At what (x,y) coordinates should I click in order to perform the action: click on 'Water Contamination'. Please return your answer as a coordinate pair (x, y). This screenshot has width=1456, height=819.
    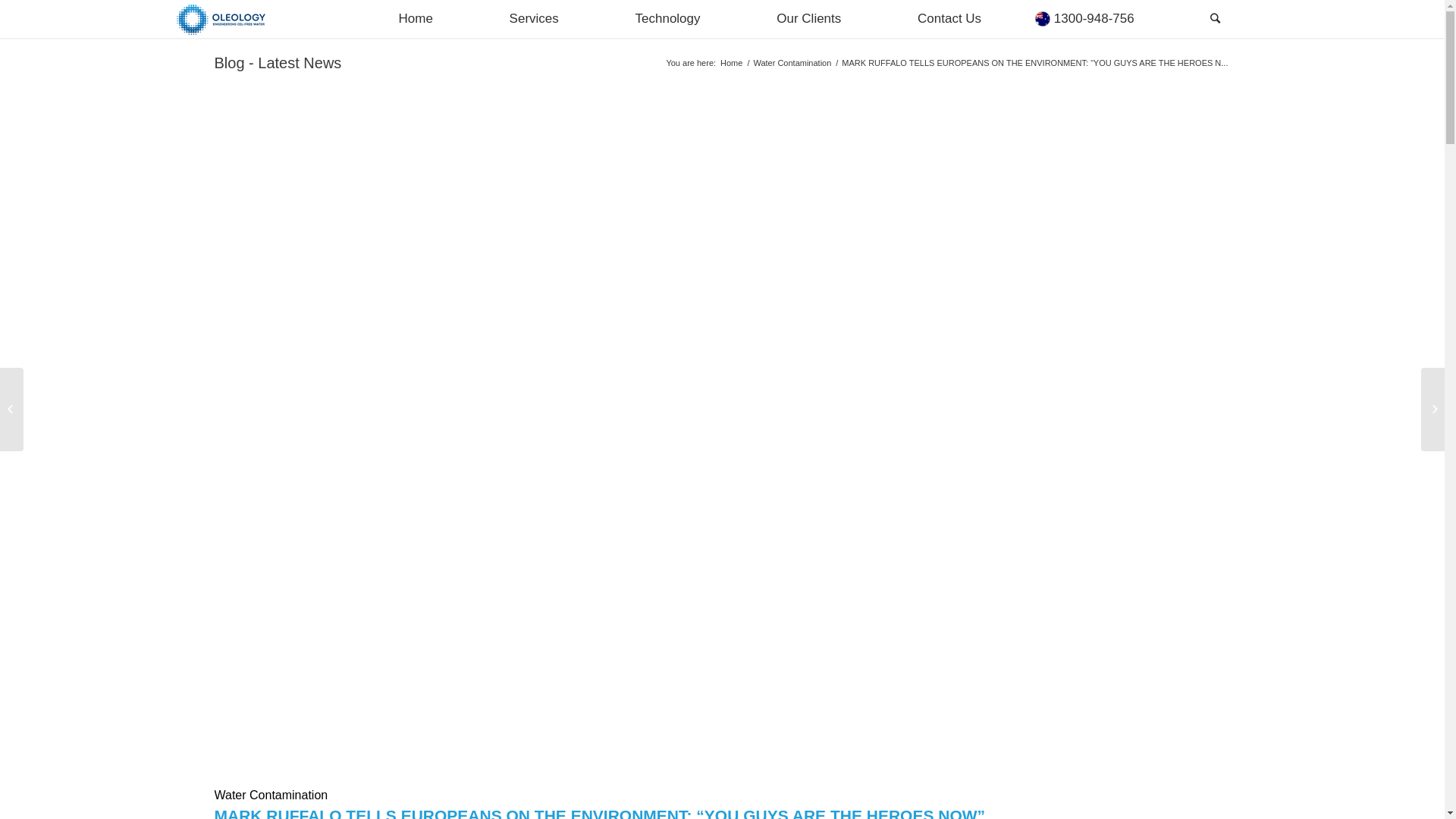
    Looking at the image, I should click on (791, 62).